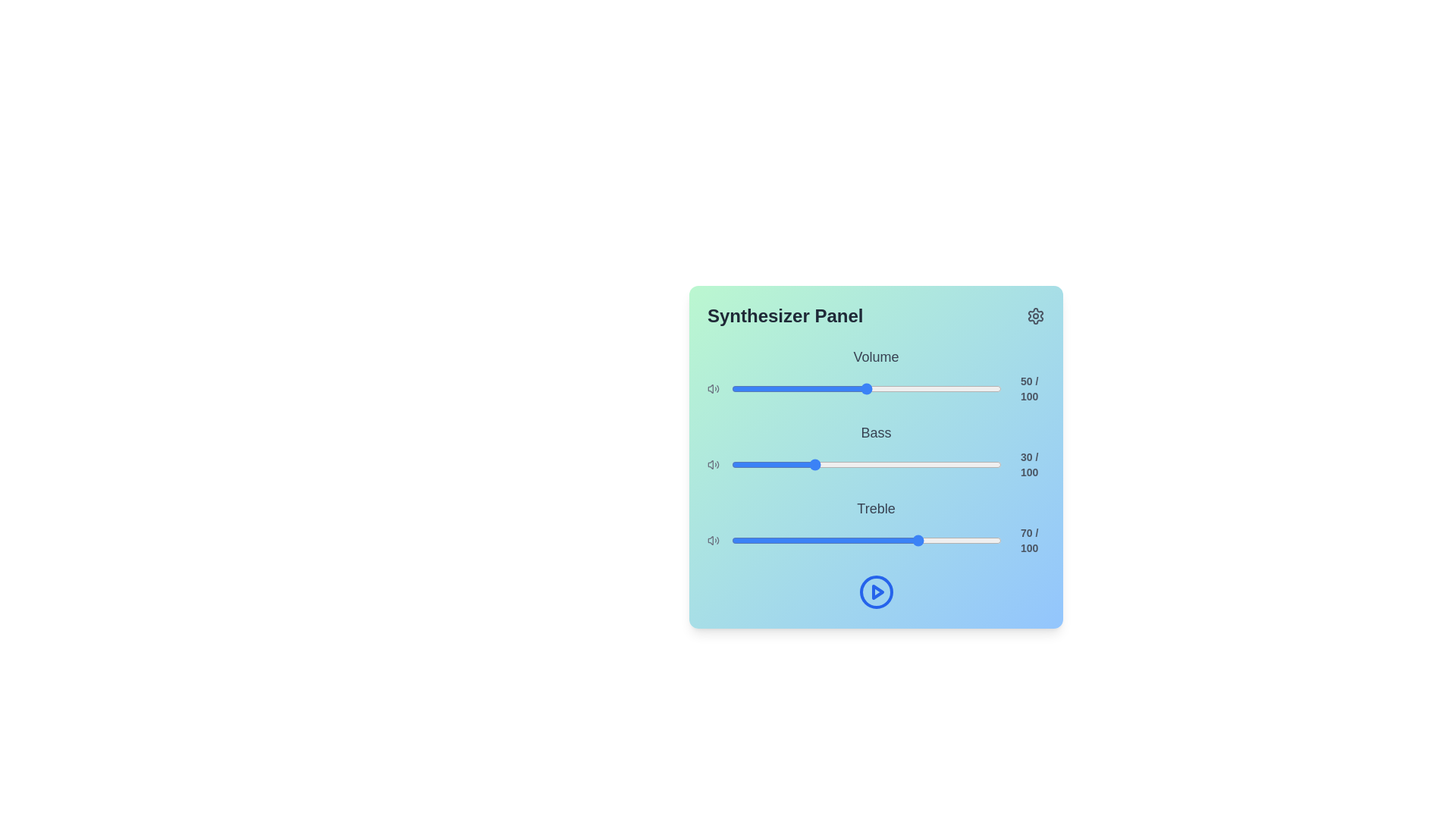 This screenshot has width=1456, height=819. Describe the element at coordinates (861, 540) in the screenshot. I see `the treble slider to 48 value` at that location.